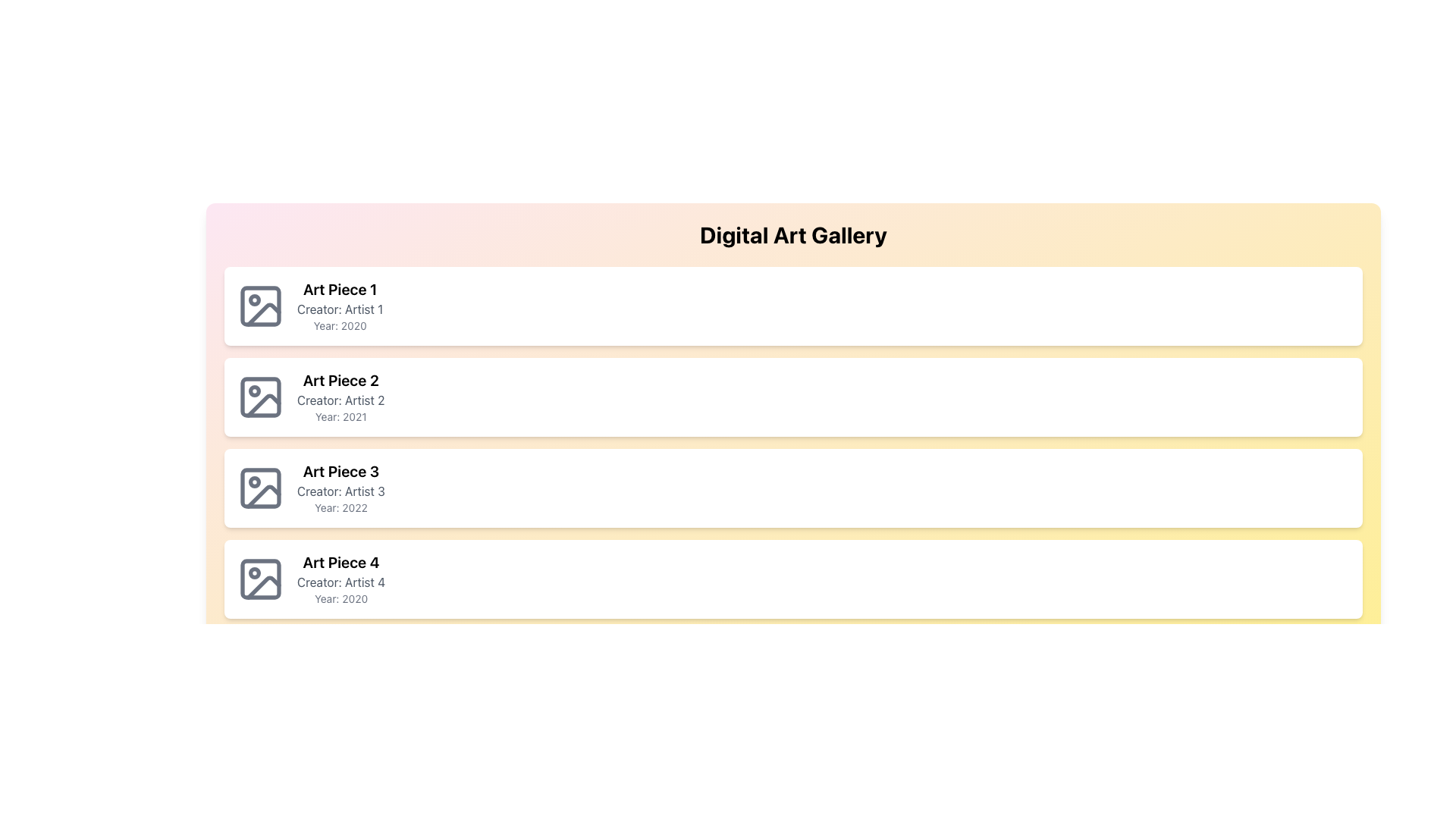 This screenshot has height=819, width=1456. Describe the element at coordinates (261, 306) in the screenshot. I see `the icon representing a landscape, which is styled with a square outline and is located to the left of 'Art Piece 1' in the first card of a vertical list layout` at that location.